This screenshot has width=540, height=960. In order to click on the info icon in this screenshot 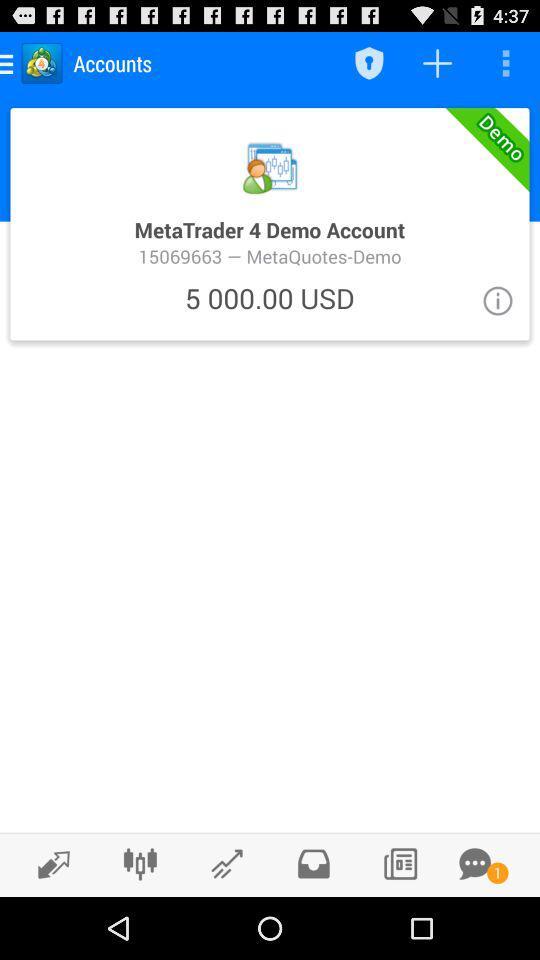, I will do `click(496, 321)`.